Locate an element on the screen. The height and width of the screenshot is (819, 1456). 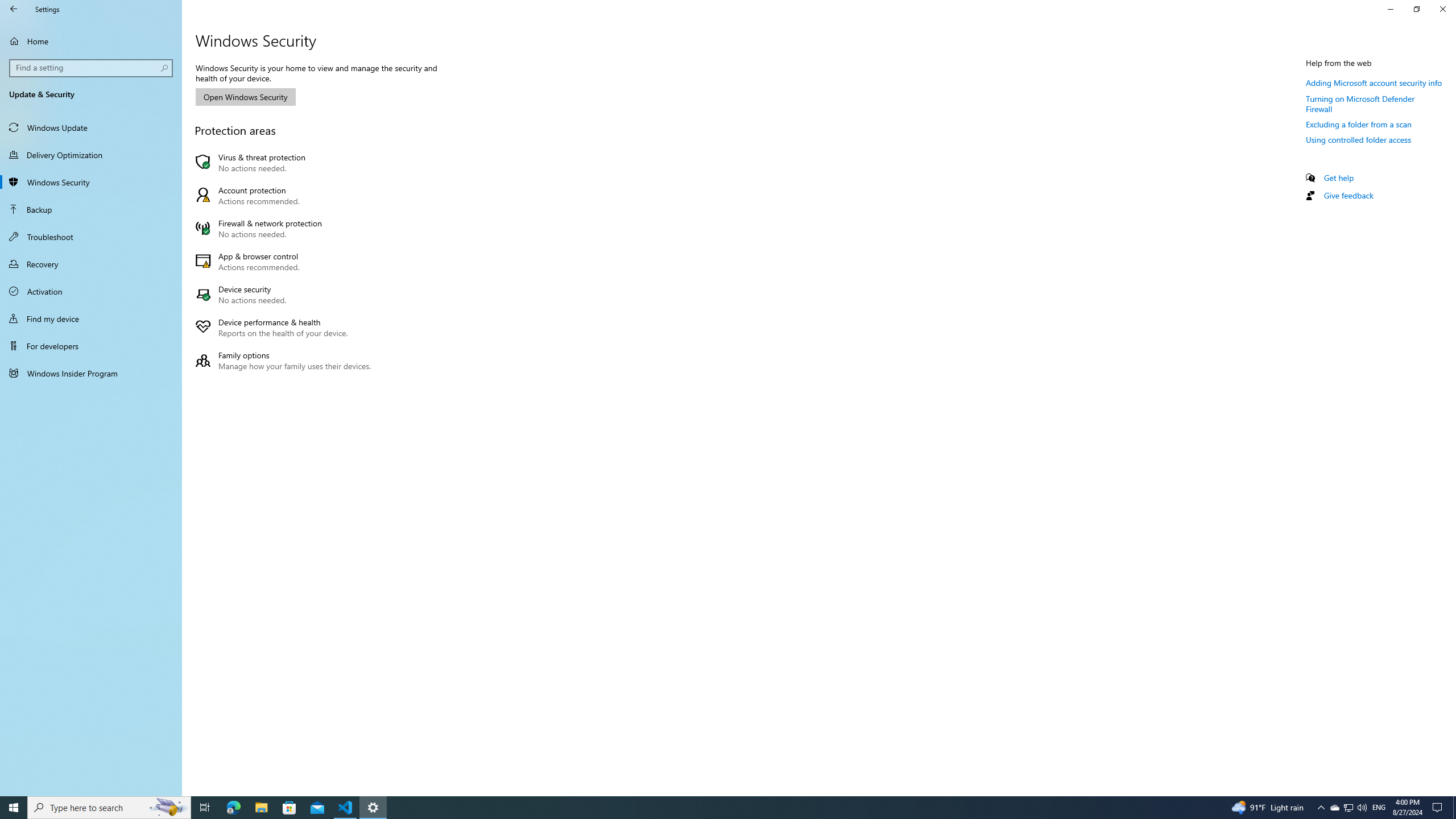
'Minimize Settings' is located at coordinates (1389, 9).